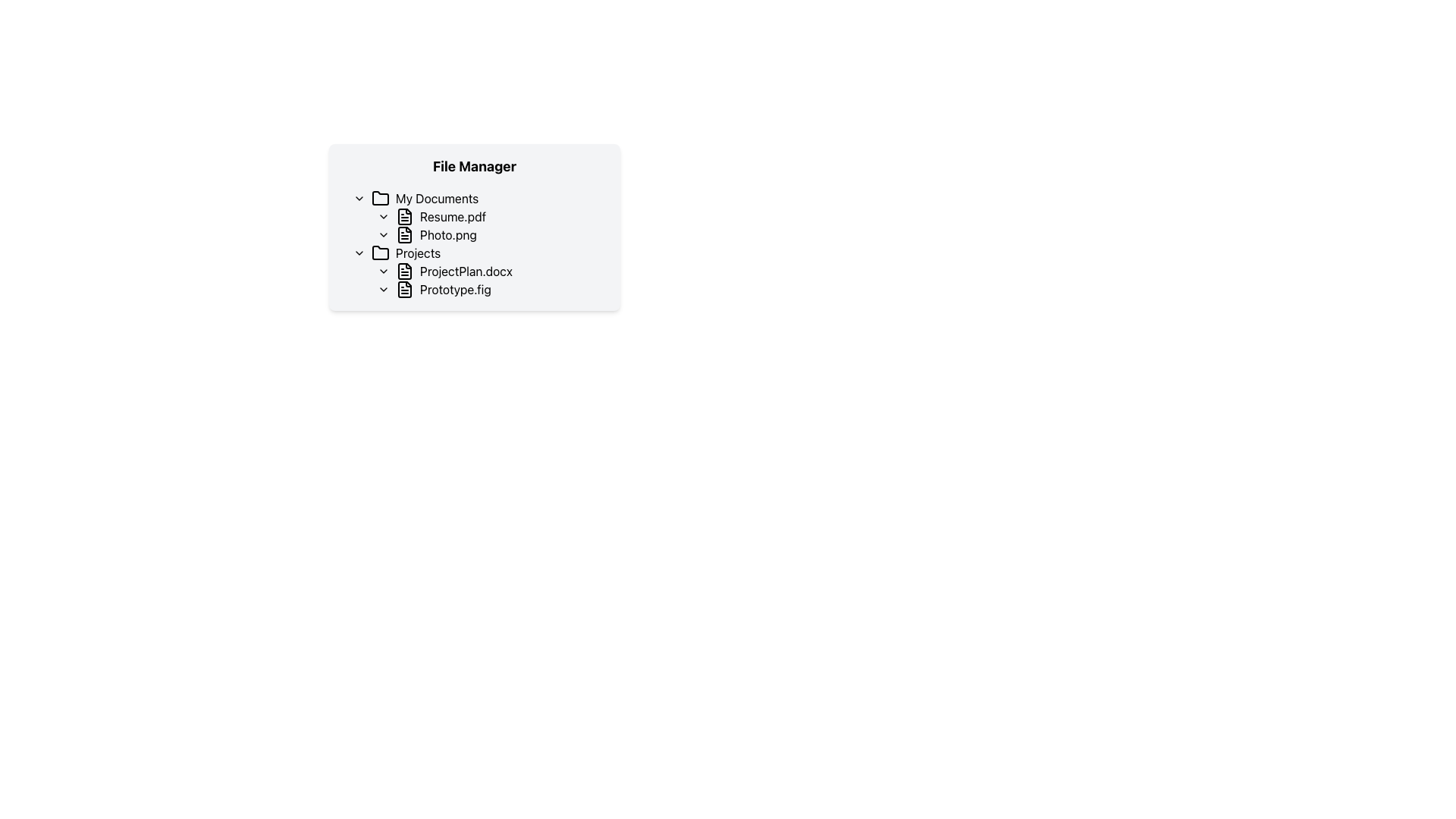 Image resolution: width=1456 pixels, height=819 pixels. What do you see at coordinates (406, 253) in the screenshot?
I see `the 'Projects' folder label with icon located in the second folder entry of the file manager` at bounding box center [406, 253].